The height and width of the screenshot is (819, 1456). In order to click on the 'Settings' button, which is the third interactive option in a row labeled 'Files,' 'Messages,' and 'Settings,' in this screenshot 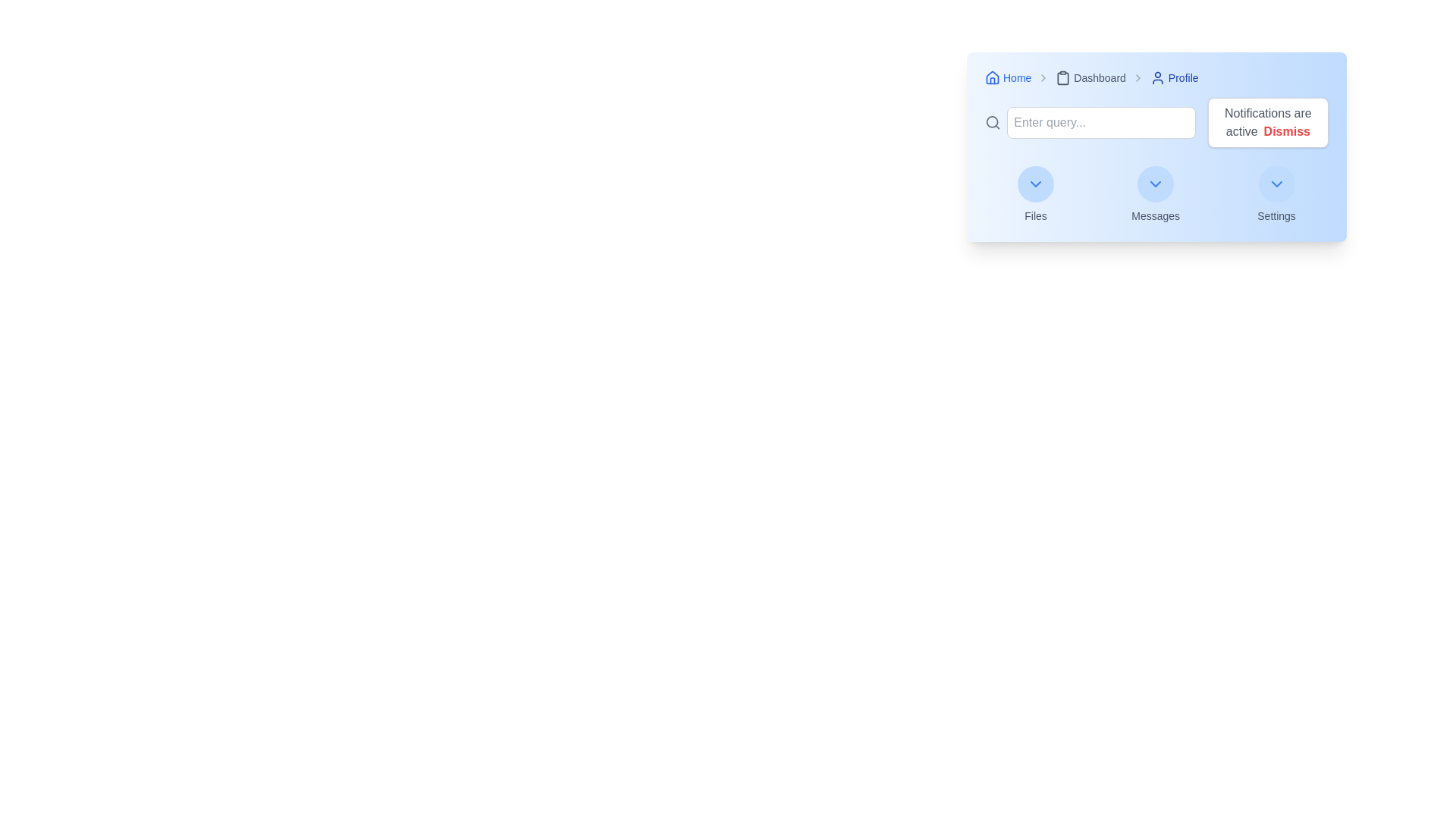, I will do `click(1276, 194)`.